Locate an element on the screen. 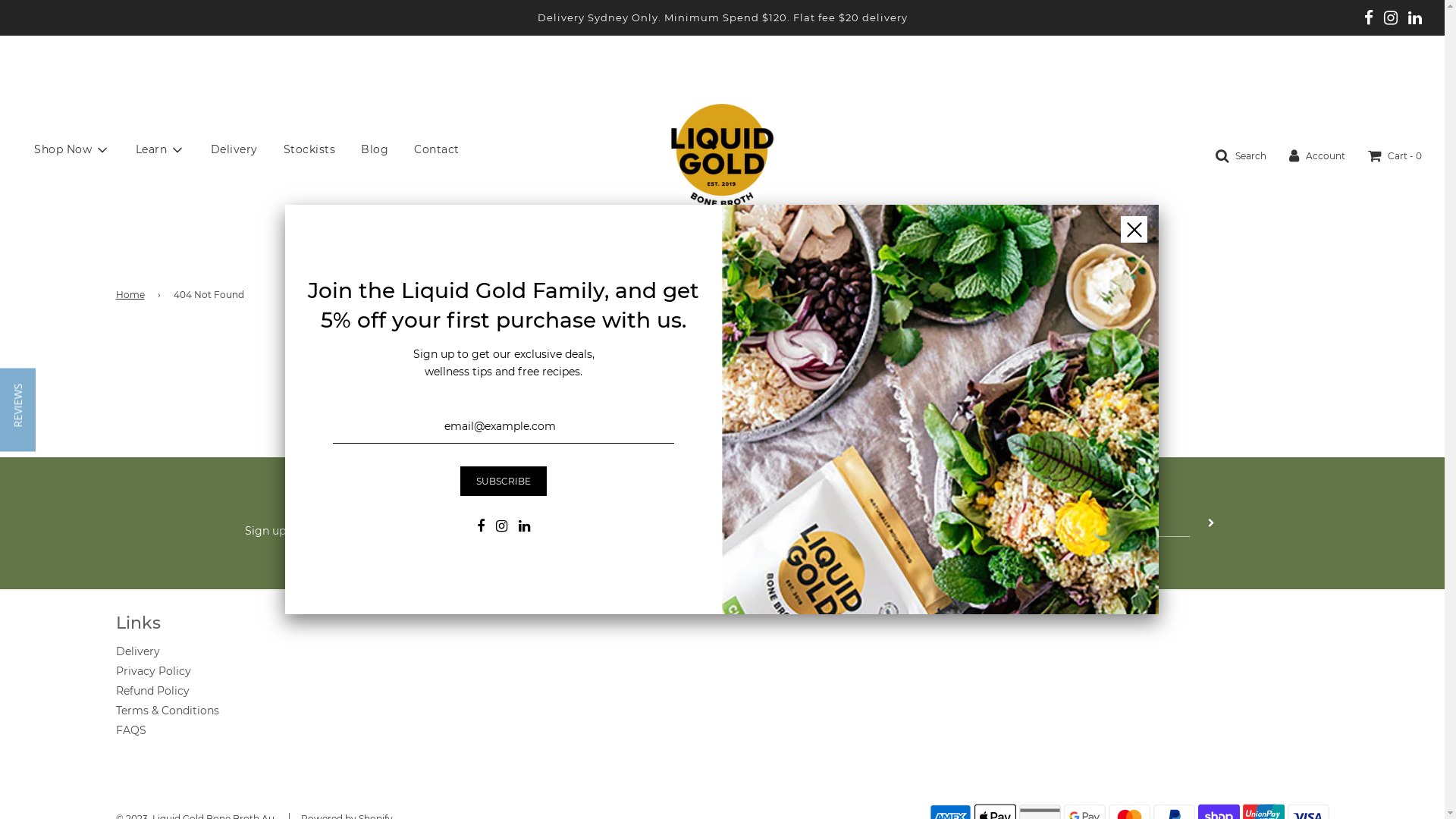 This screenshot has height=819, width=1456. 'FAQS' is located at coordinates (130, 730).